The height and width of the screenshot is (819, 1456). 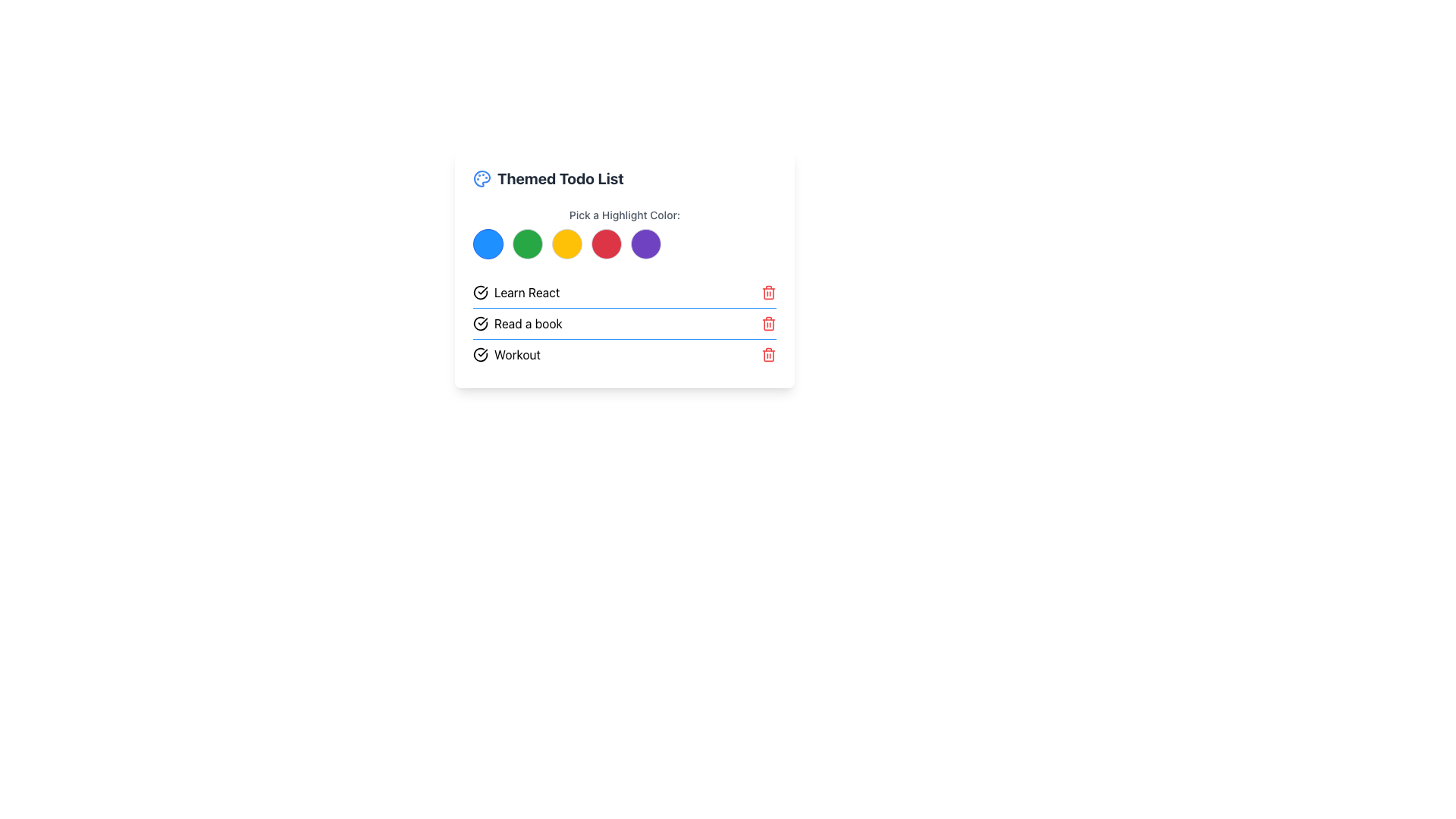 What do you see at coordinates (479, 323) in the screenshot?
I see `the second circular blue check icon located to the left of the text 'Read a book' in the task list` at bounding box center [479, 323].